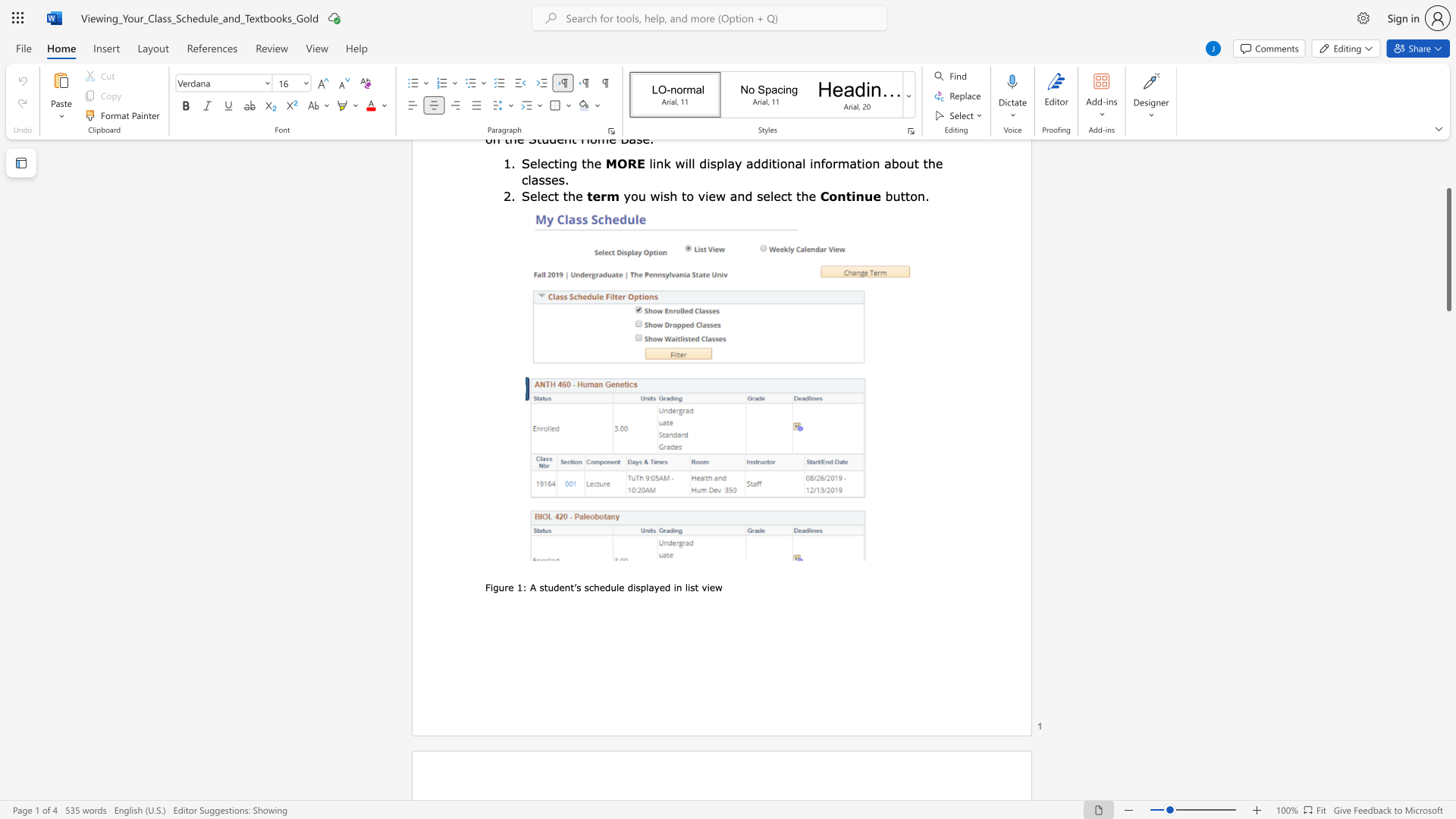 Image resolution: width=1456 pixels, height=819 pixels. Describe the element at coordinates (1448, 249) in the screenshot. I see `the scrollbar and move down 30 pixels` at that location.